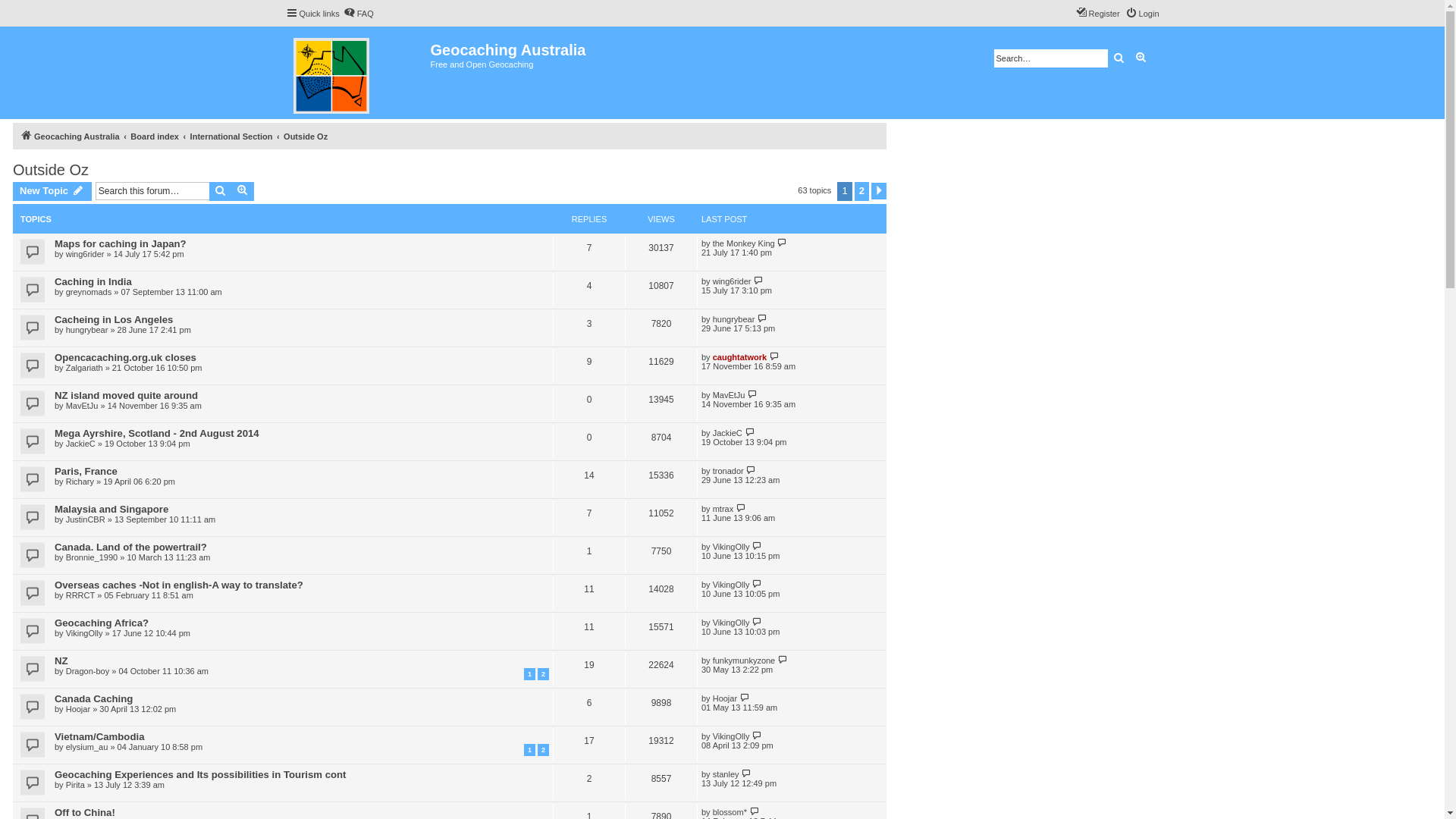 The height and width of the screenshot is (819, 1456). What do you see at coordinates (51, 170) in the screenshot?
I see `'Outside Oz'` at bounding box center [51, 170].